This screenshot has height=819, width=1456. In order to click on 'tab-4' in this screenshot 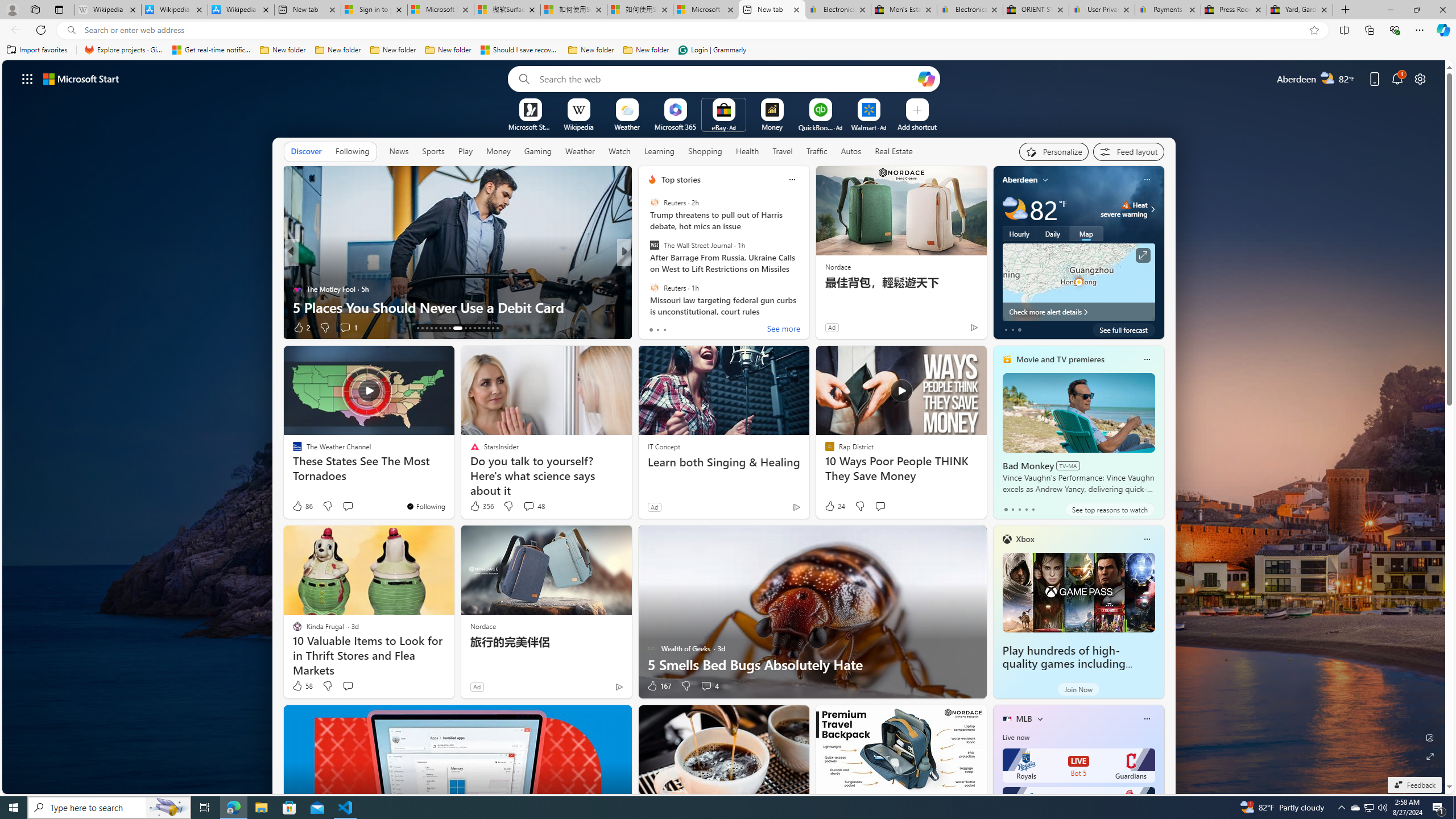, I will do `click(1032, 509)`.